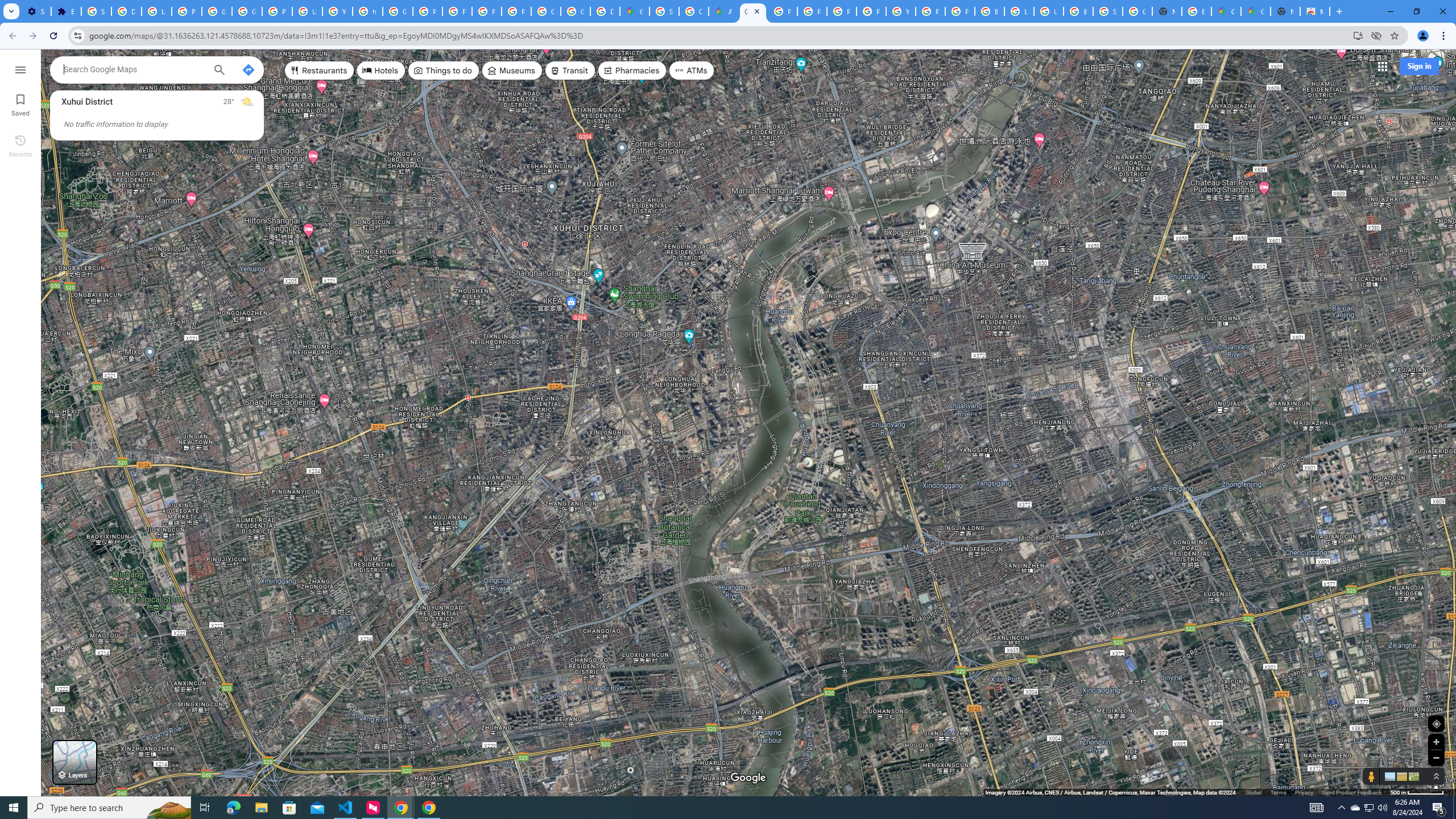  Describe the element at coordinates (692, 69) in the screenshot. I see `'ATMs'` at that location.